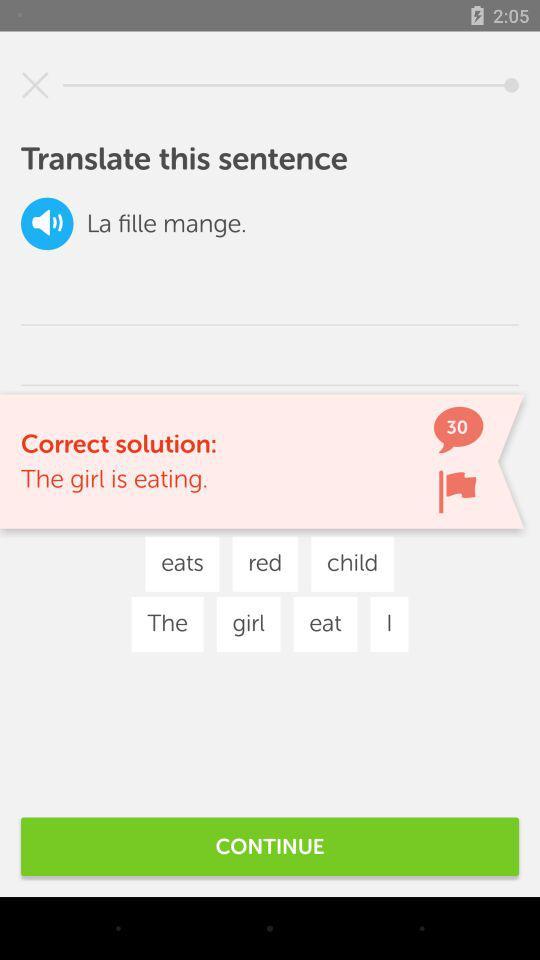 The height and width of the screenshot is (960, 540). Describe the element at coordinates (47, 223) in the screenshot. I see `mute` at that location.